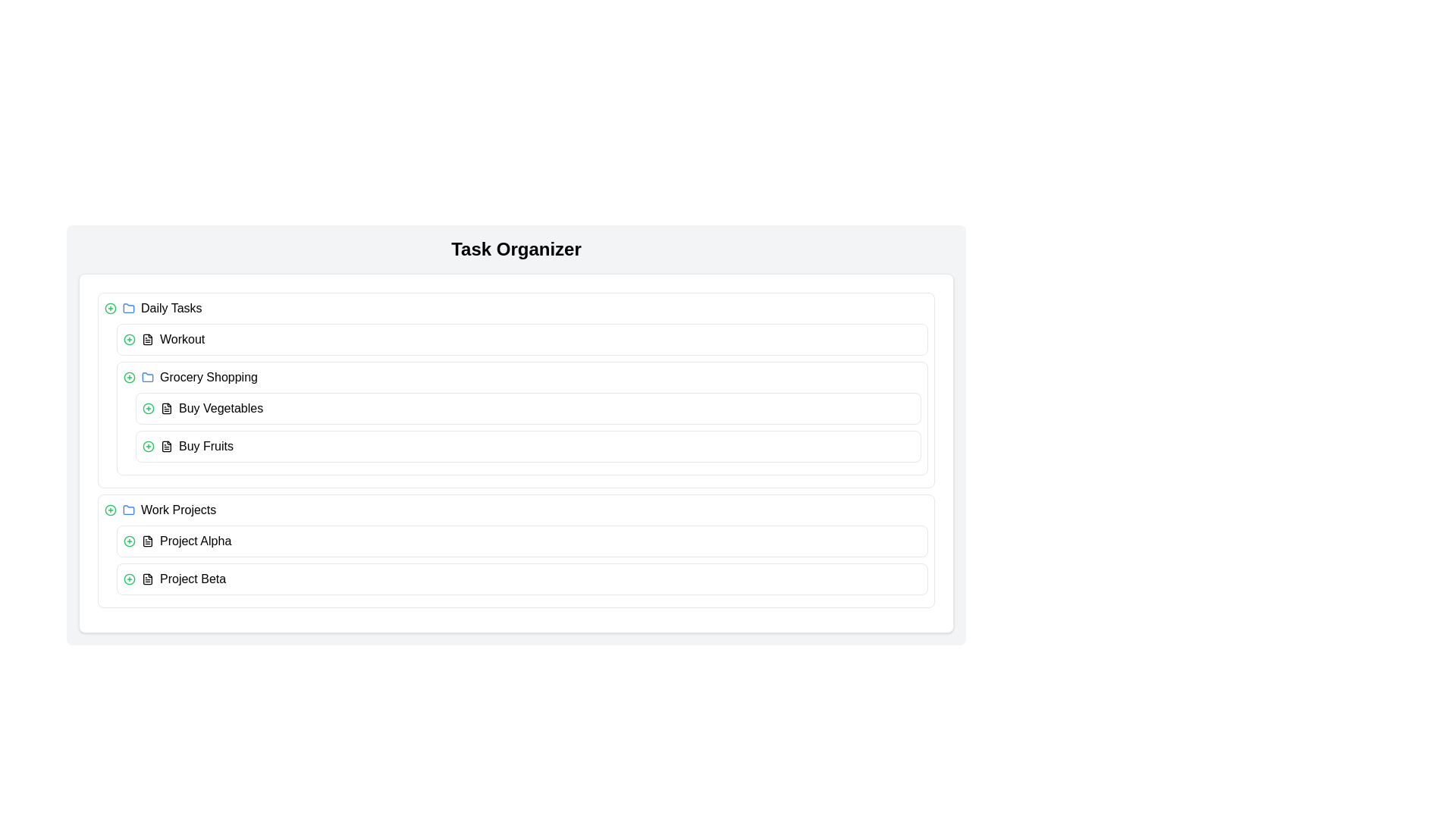 The height and width of the screenshot is (819, 1456). What do you see at coordinates (148, 540) in the screenshot?
I see `the icon representing file or textual content related to the 'Project Alpha' entry in the 'Work Projects' section` at bounding box center [148, 540].